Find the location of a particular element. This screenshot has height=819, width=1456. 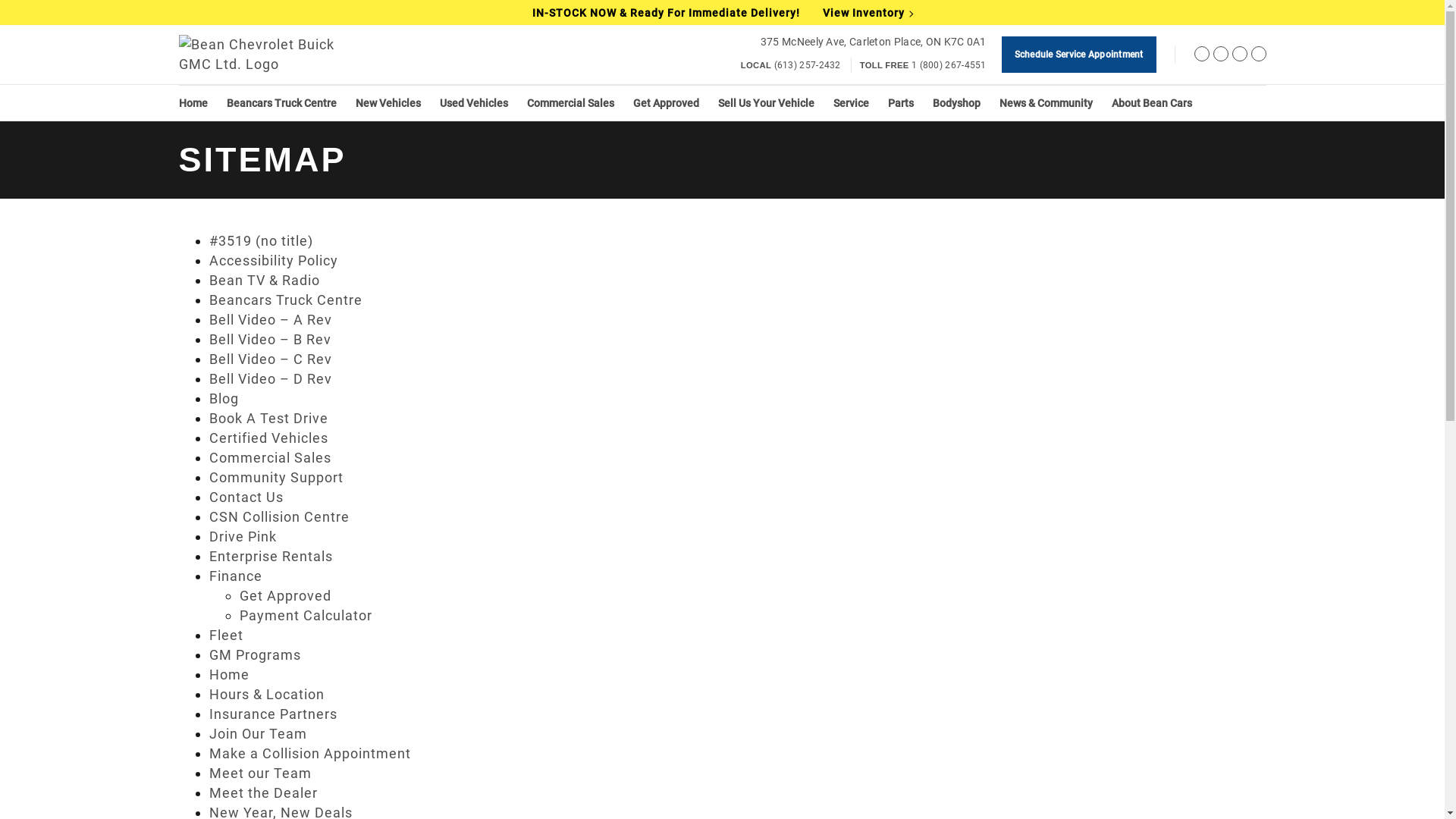

'Get Approved' is located at coordinates (239, 595).